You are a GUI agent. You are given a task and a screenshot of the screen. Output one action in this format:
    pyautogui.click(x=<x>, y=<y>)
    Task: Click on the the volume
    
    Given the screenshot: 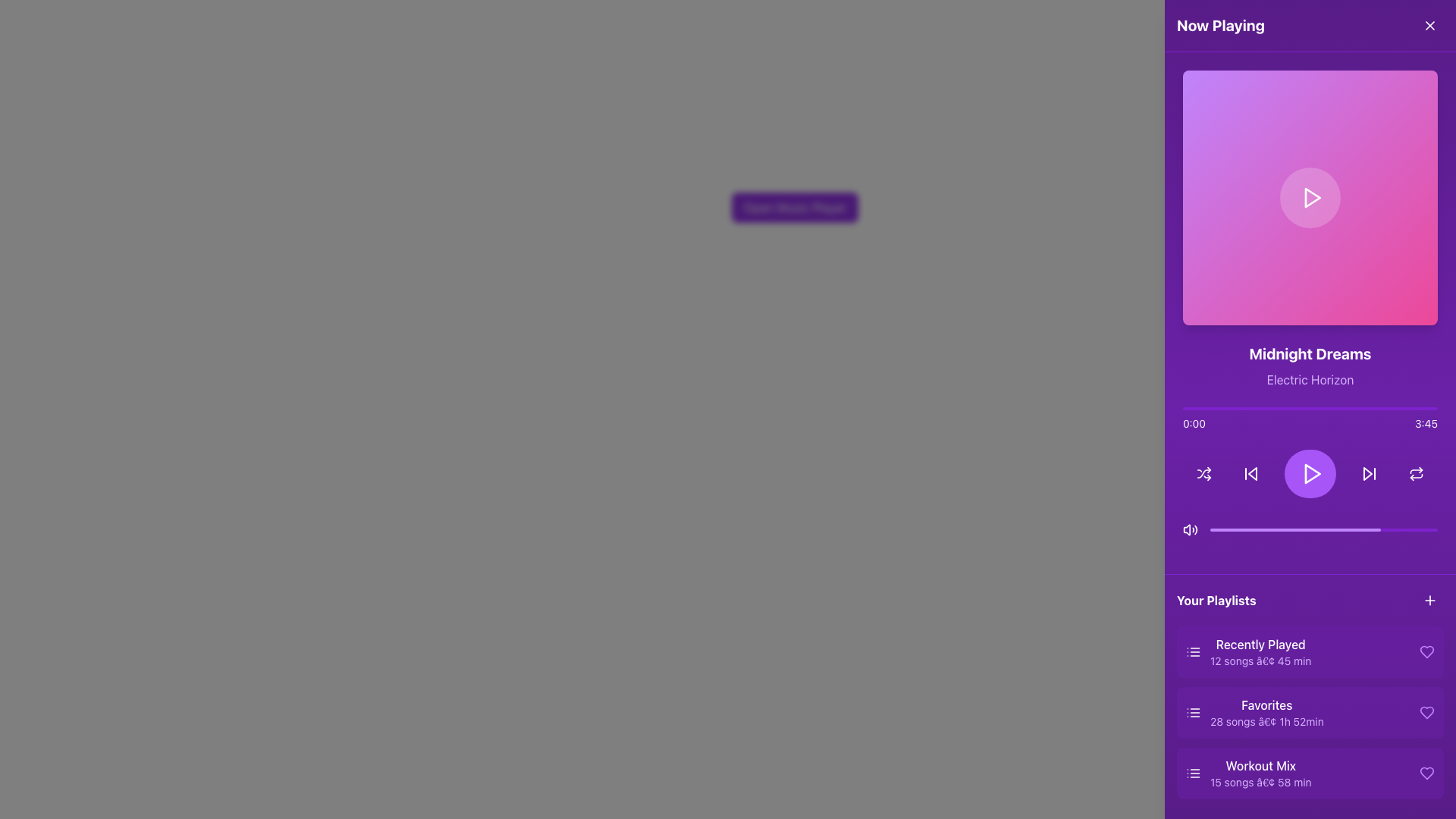 What is the action you would take?
    pyautogui.click(x=1263, y=529)
    